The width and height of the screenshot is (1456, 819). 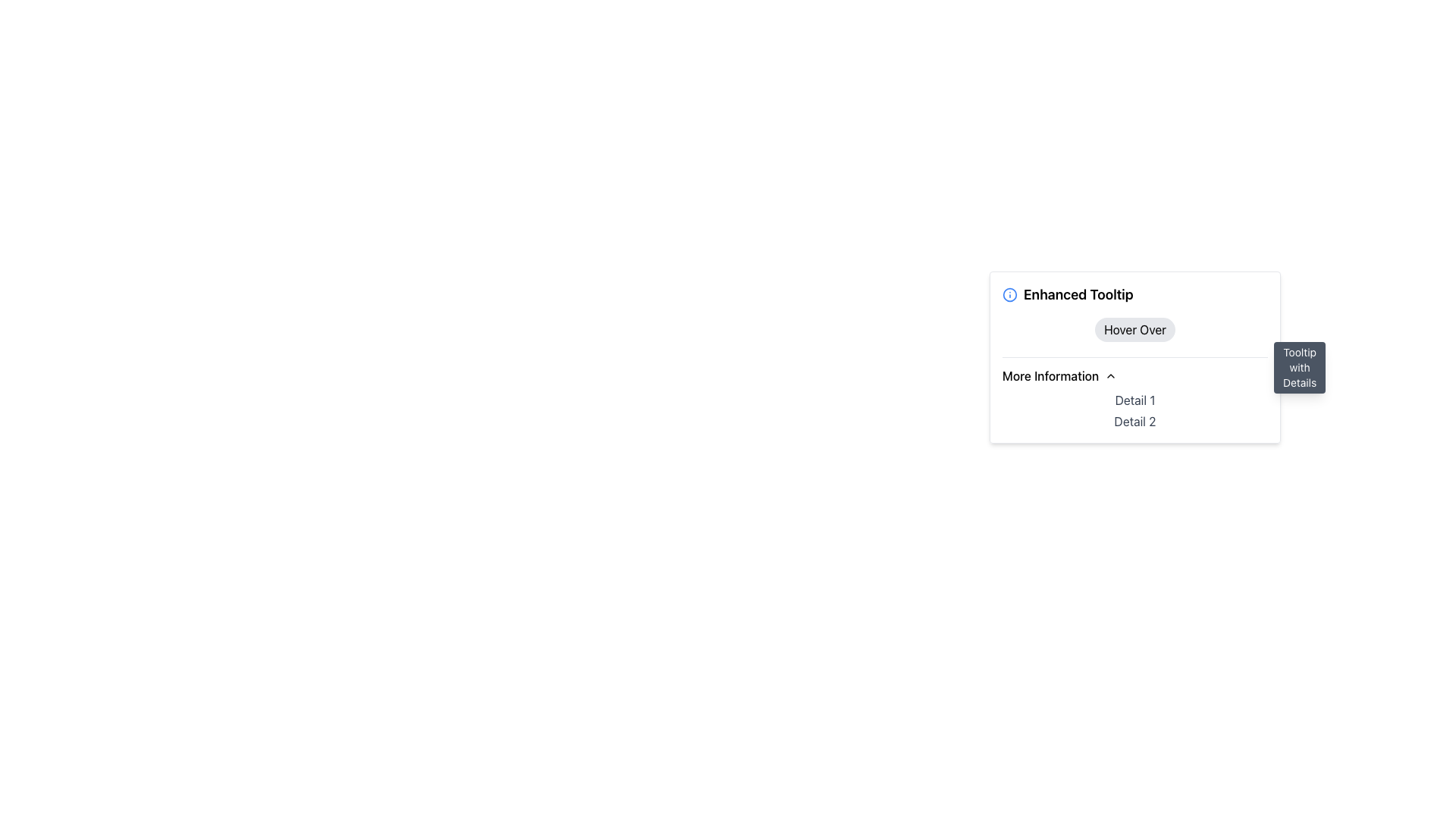 What do you see at coordinates (1078, 295) in the screenshot?
I see `text from the 'Enhanced Tooltip' label, which is displayed in larger bold font and is visually emphasized, located next to a blue information icon` at bounding box center [1078, 295].